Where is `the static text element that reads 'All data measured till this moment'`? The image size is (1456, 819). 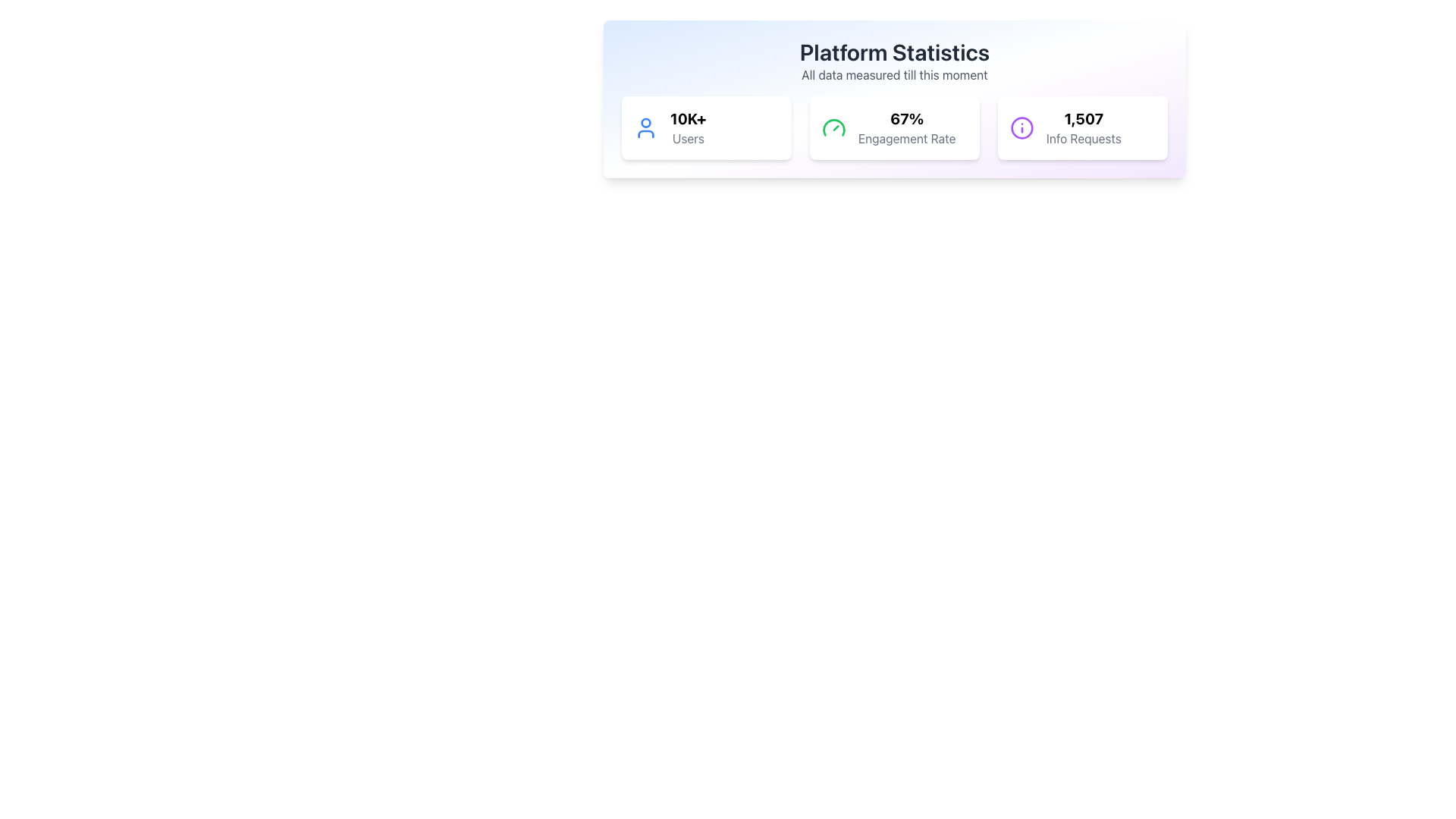 the static text element that reads 'All data measured till this moment' is located at coordinates (895, 75).